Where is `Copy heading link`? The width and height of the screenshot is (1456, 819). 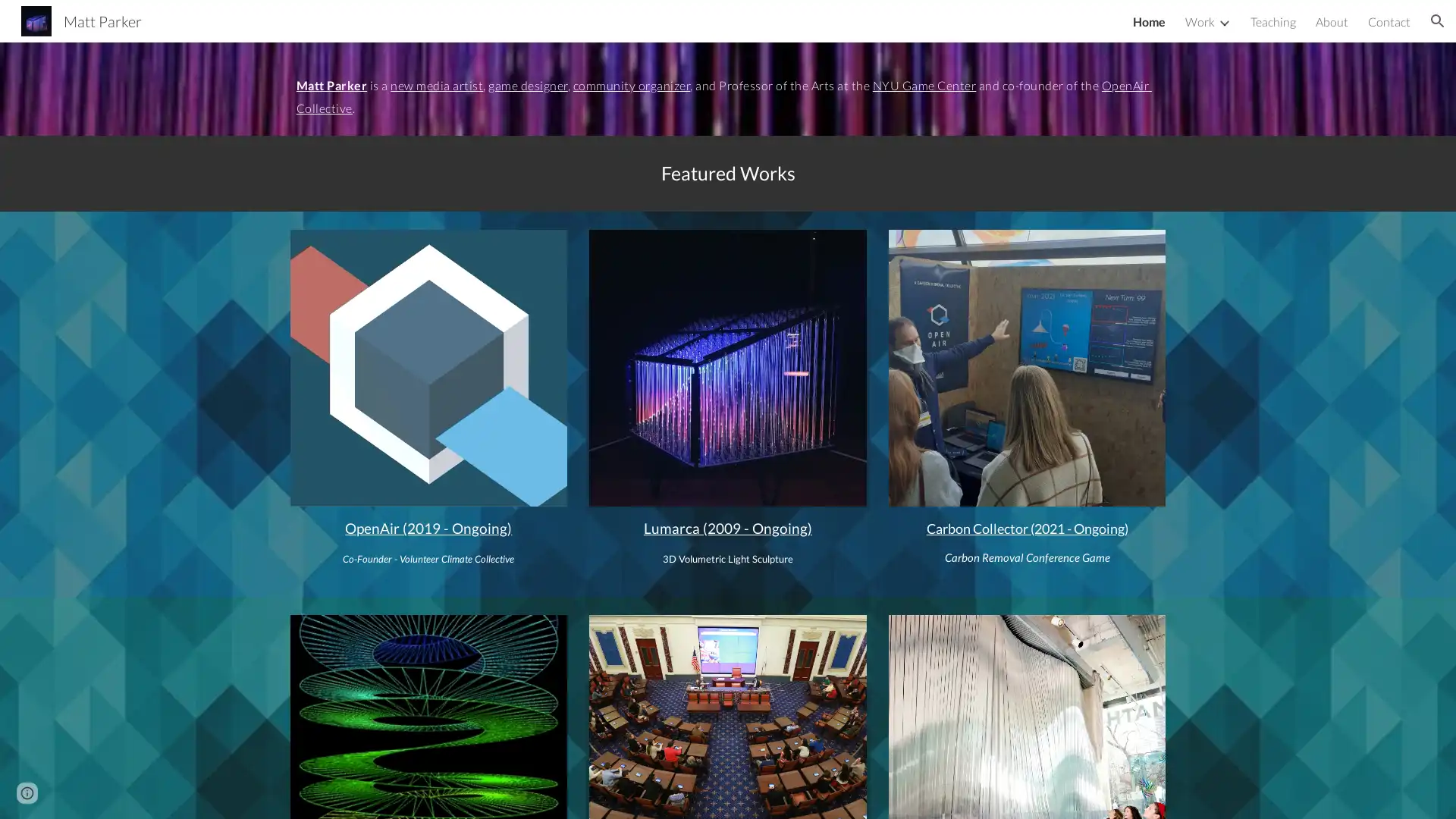
Copy heading link is located at coordinates (1175, 88).